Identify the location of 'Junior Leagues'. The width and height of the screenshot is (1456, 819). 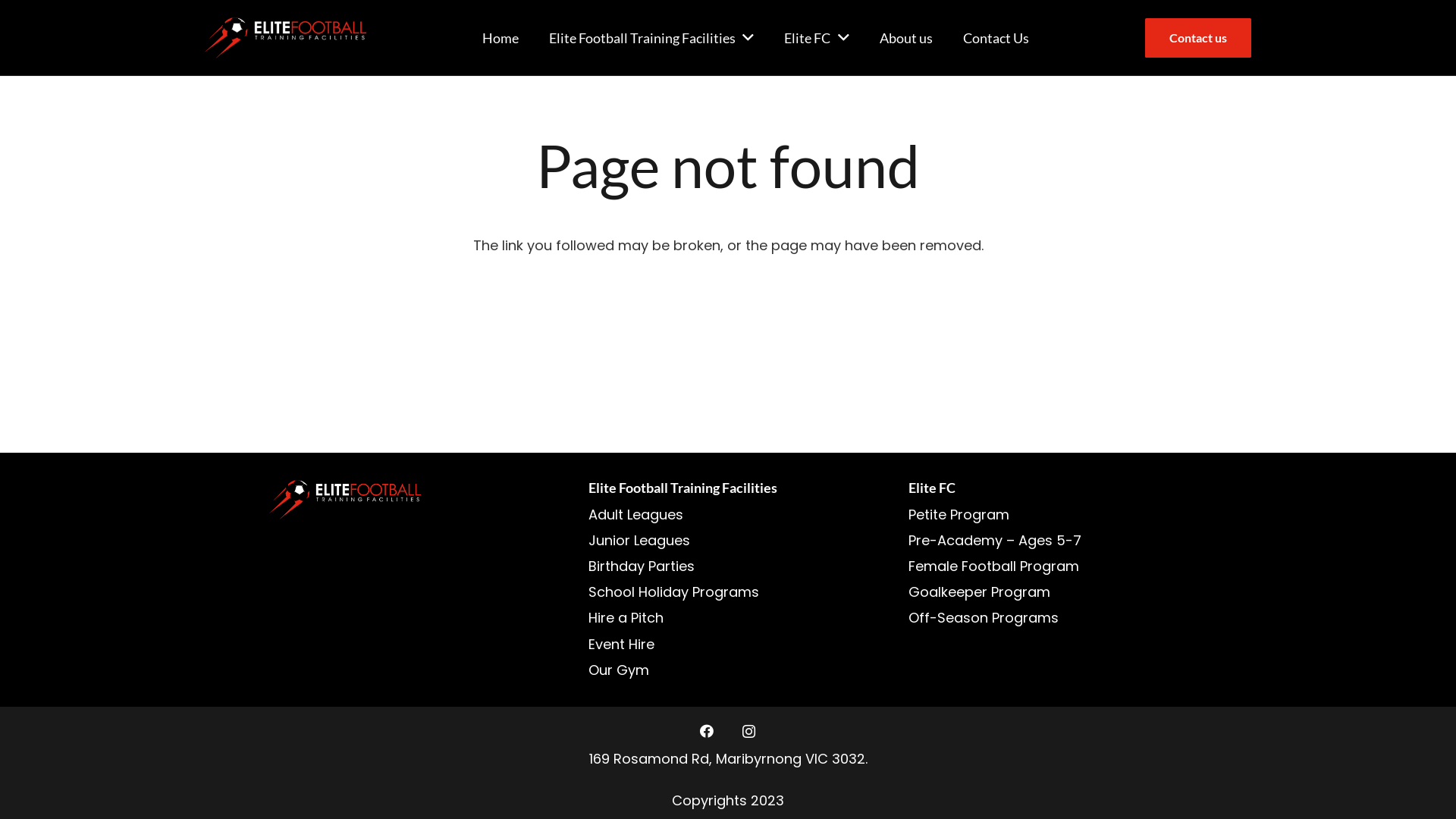
(588, 539).